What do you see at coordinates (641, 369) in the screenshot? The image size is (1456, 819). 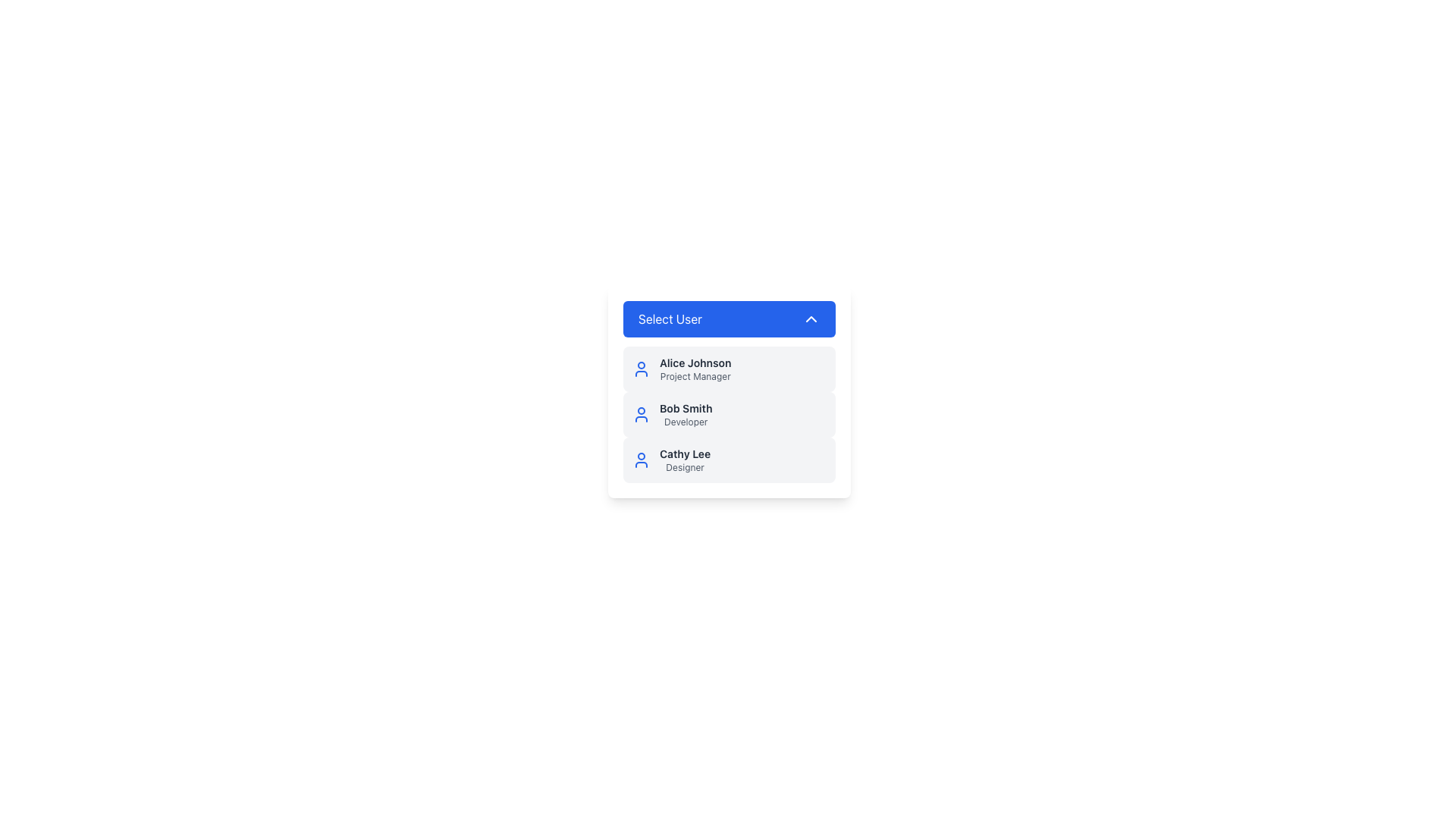 I see `the user indicator icon representing 'Alice Johnson' in the dropdown menu, located left of the text 'Alice Johnson Project Manager'` at bounding box center [641, 369].